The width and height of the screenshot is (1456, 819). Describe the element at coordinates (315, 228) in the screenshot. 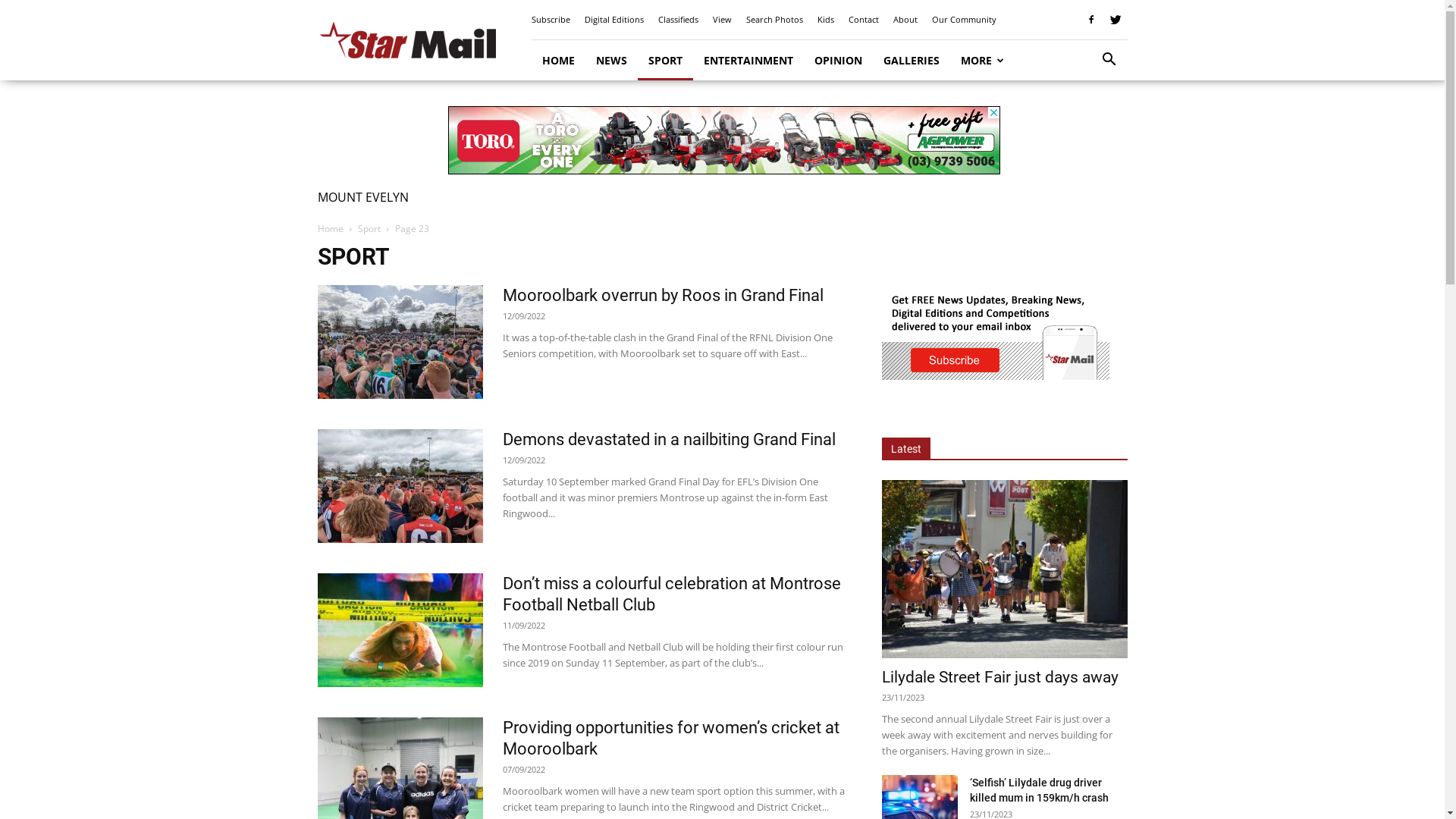

I see `'Home'` at that location.